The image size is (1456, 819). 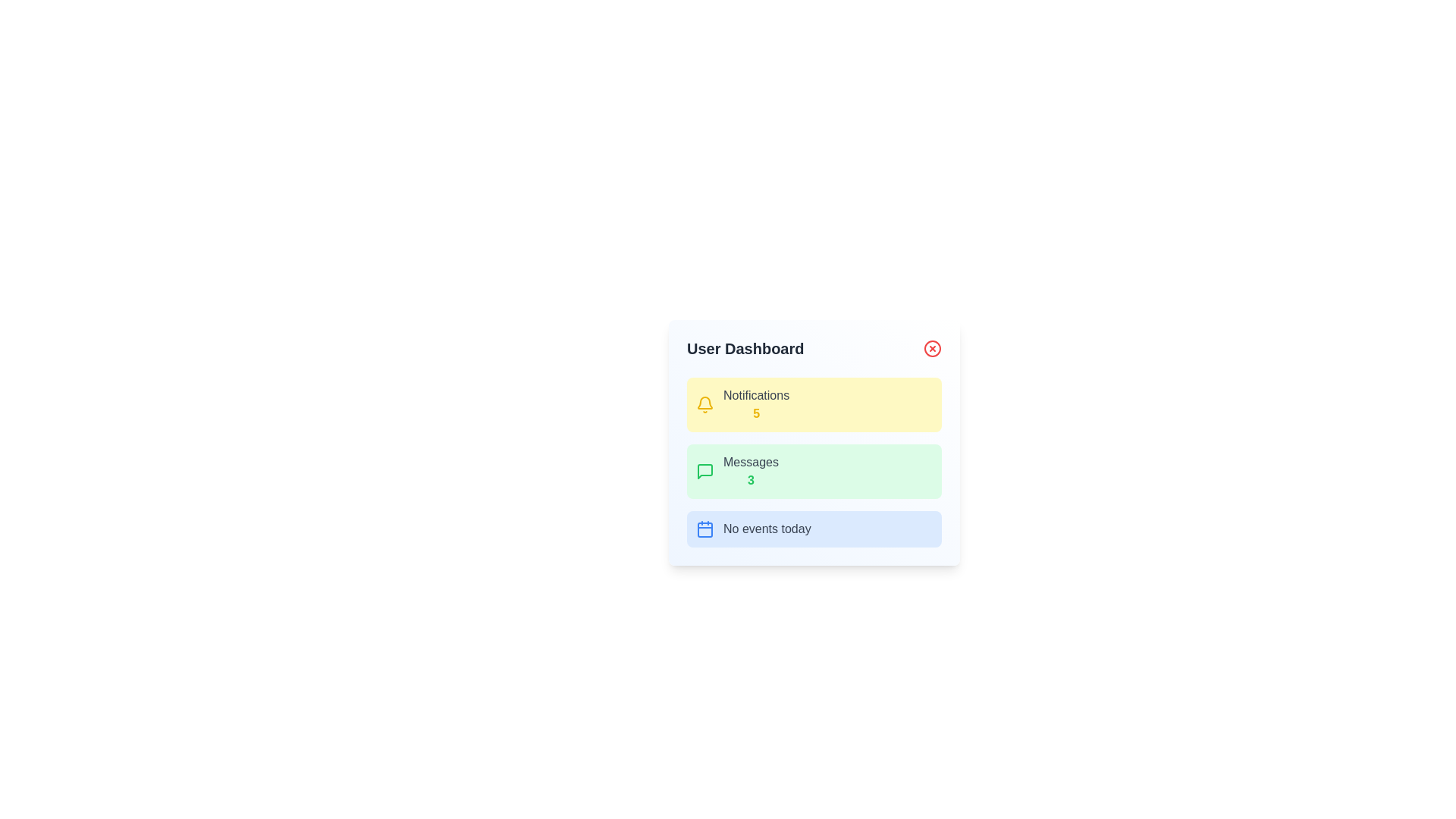 What do you see at coordinates (704, 403) in the screenshot?
I see `the yellow bell icon indicating notifications, located to the left of the text 'Notifications 5'` at bounding box center [704, 403].